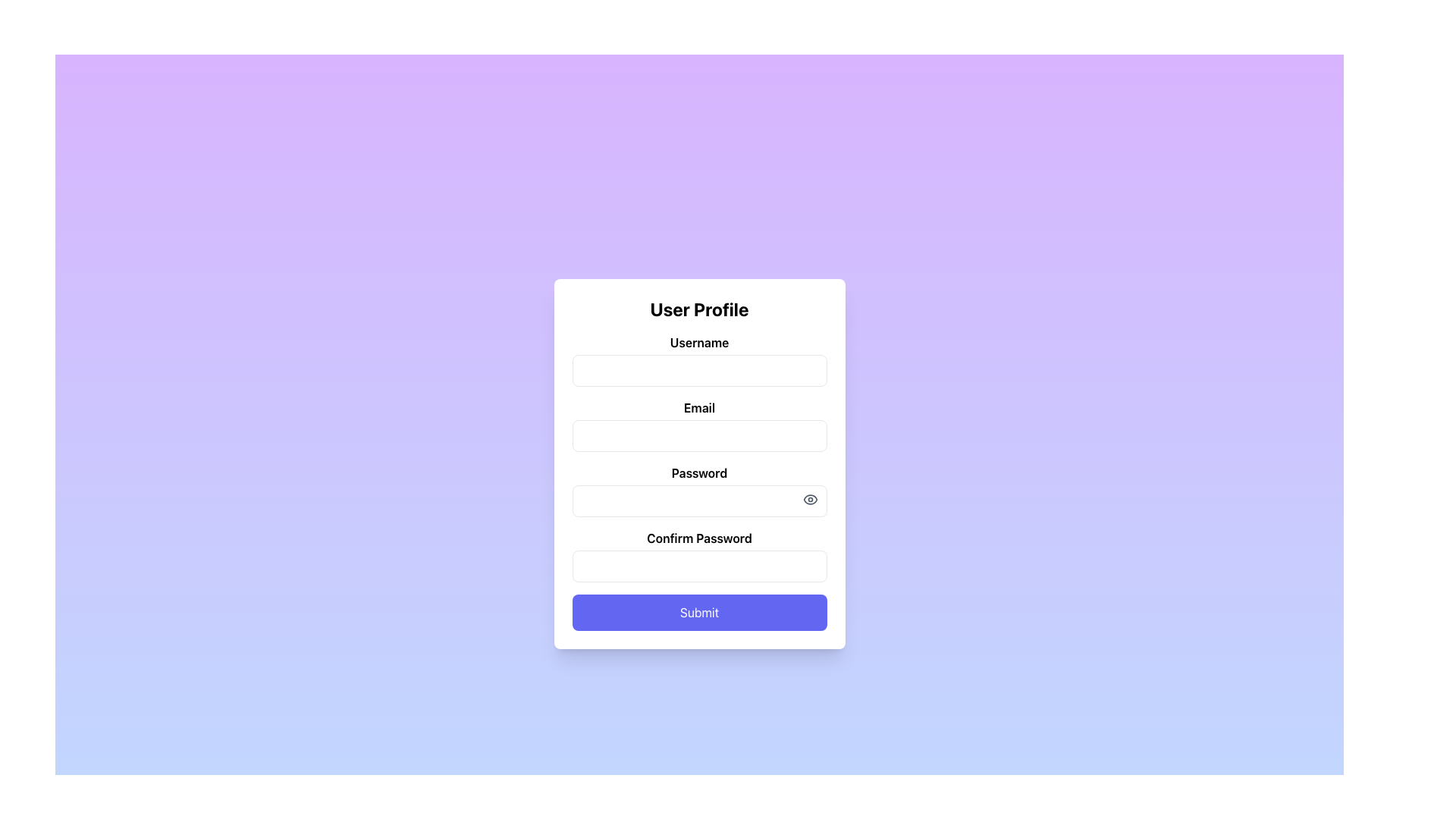  Describe the element at coordinates (698, 359) in the screenshot. I see `the 'Username' input field to focus on it, which is styled with rounded corners and an indigo outline when focused` at that location.